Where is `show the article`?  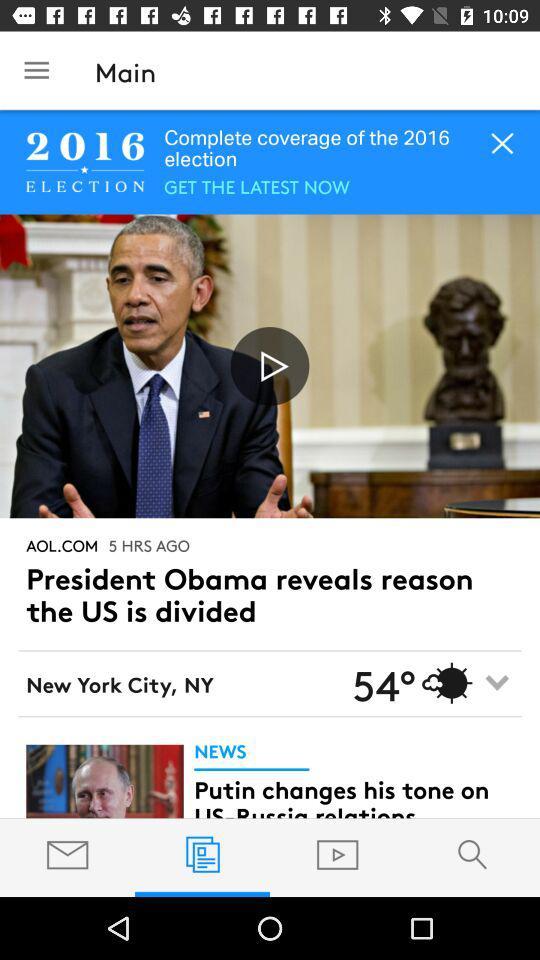
show the article is located at coordinates (104, 781).